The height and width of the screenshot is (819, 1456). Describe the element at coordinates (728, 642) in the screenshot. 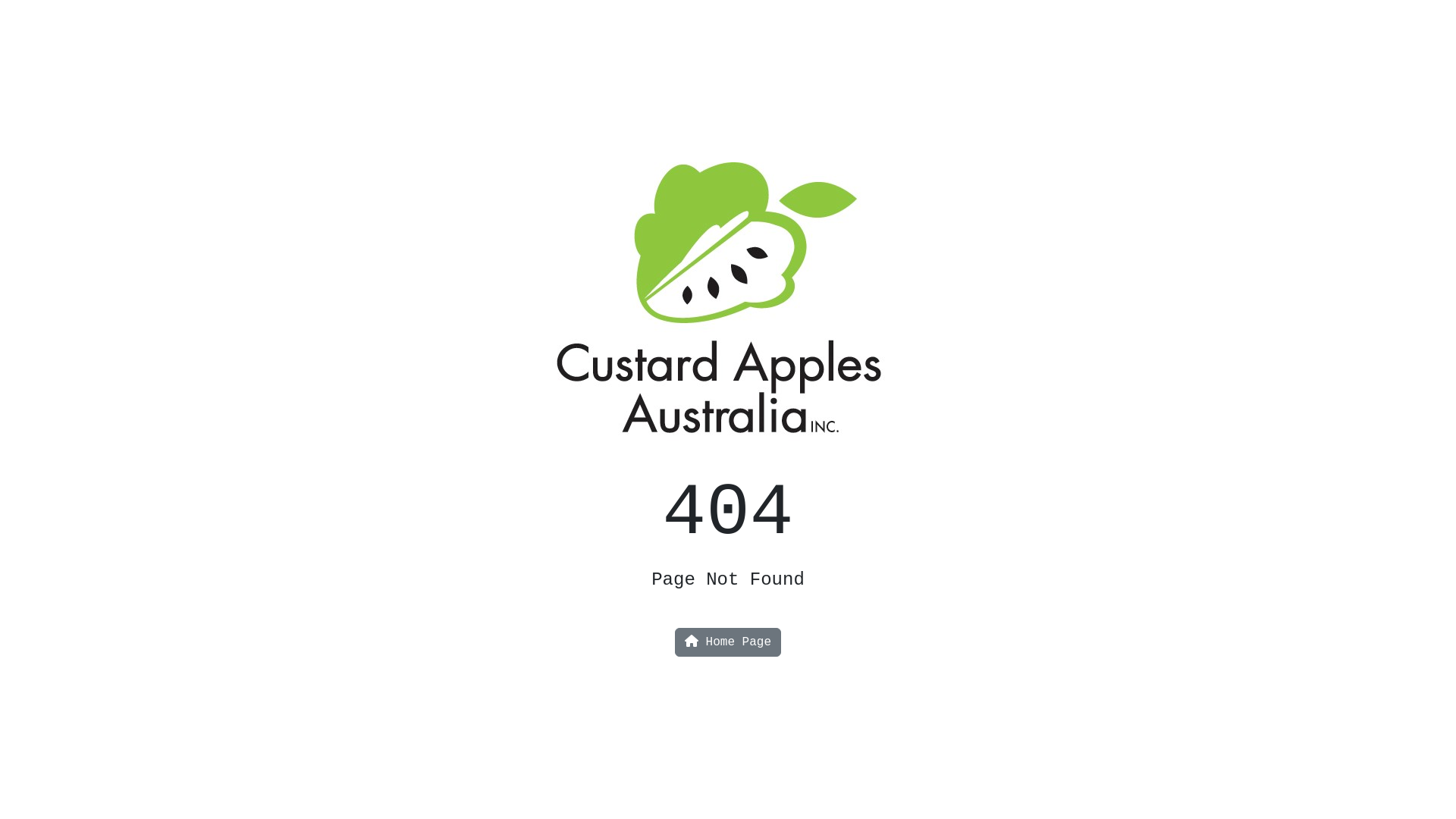

I see `'Home Page'` at that location.